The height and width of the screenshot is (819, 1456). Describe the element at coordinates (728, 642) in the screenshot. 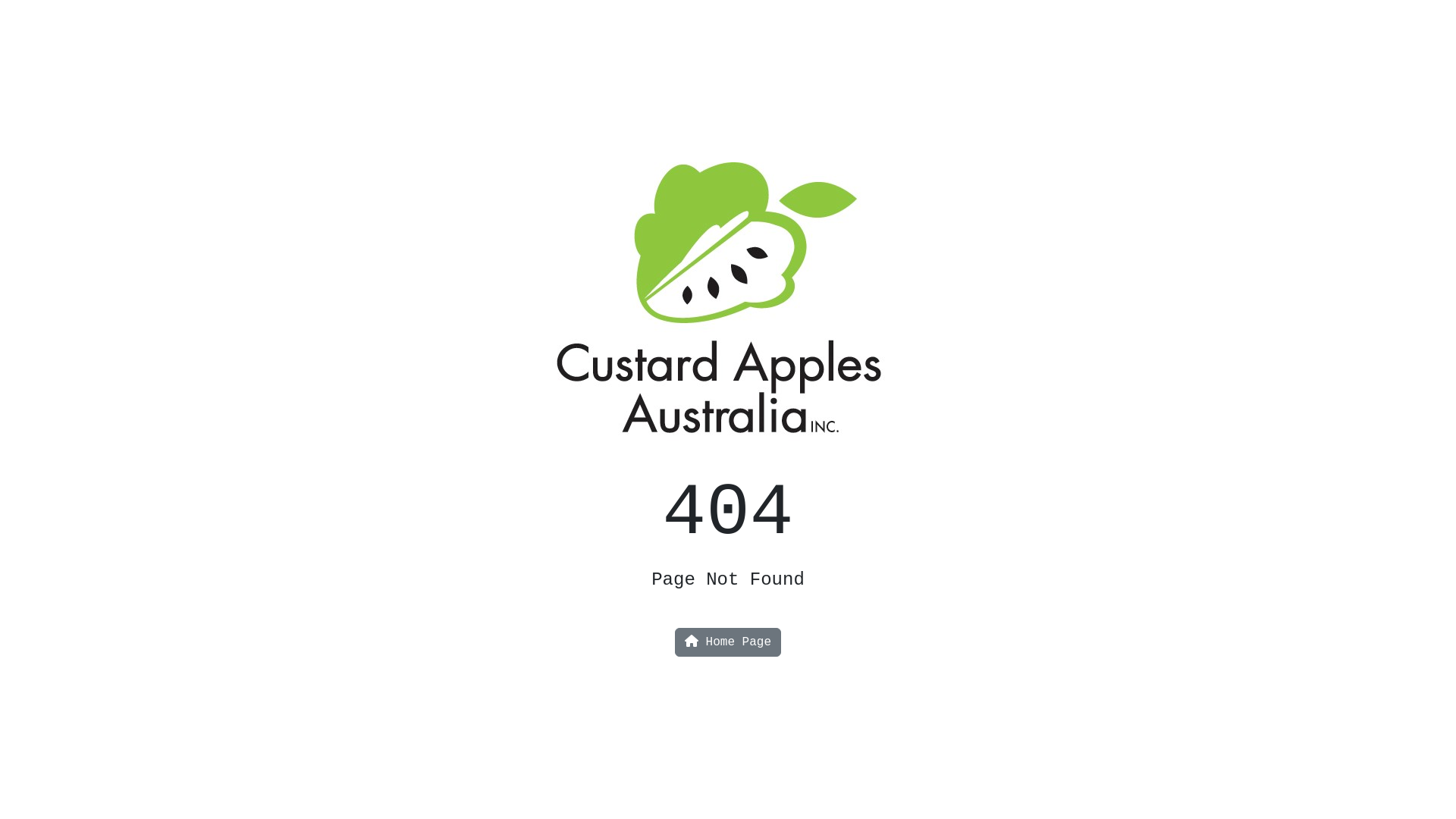

I see `'Home Page'` at that location.